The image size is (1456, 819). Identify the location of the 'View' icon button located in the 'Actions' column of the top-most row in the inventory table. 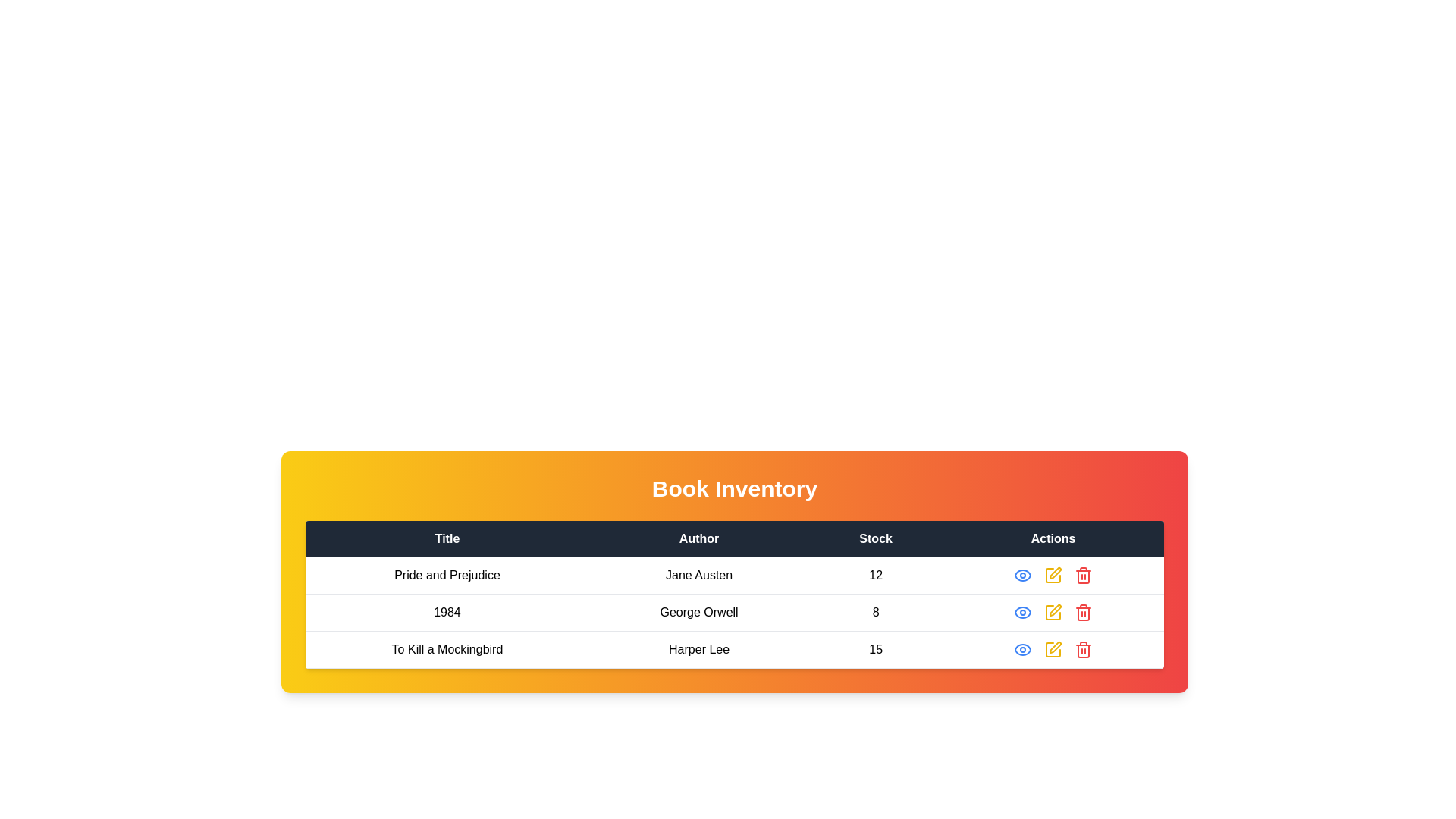
(1022, 576).